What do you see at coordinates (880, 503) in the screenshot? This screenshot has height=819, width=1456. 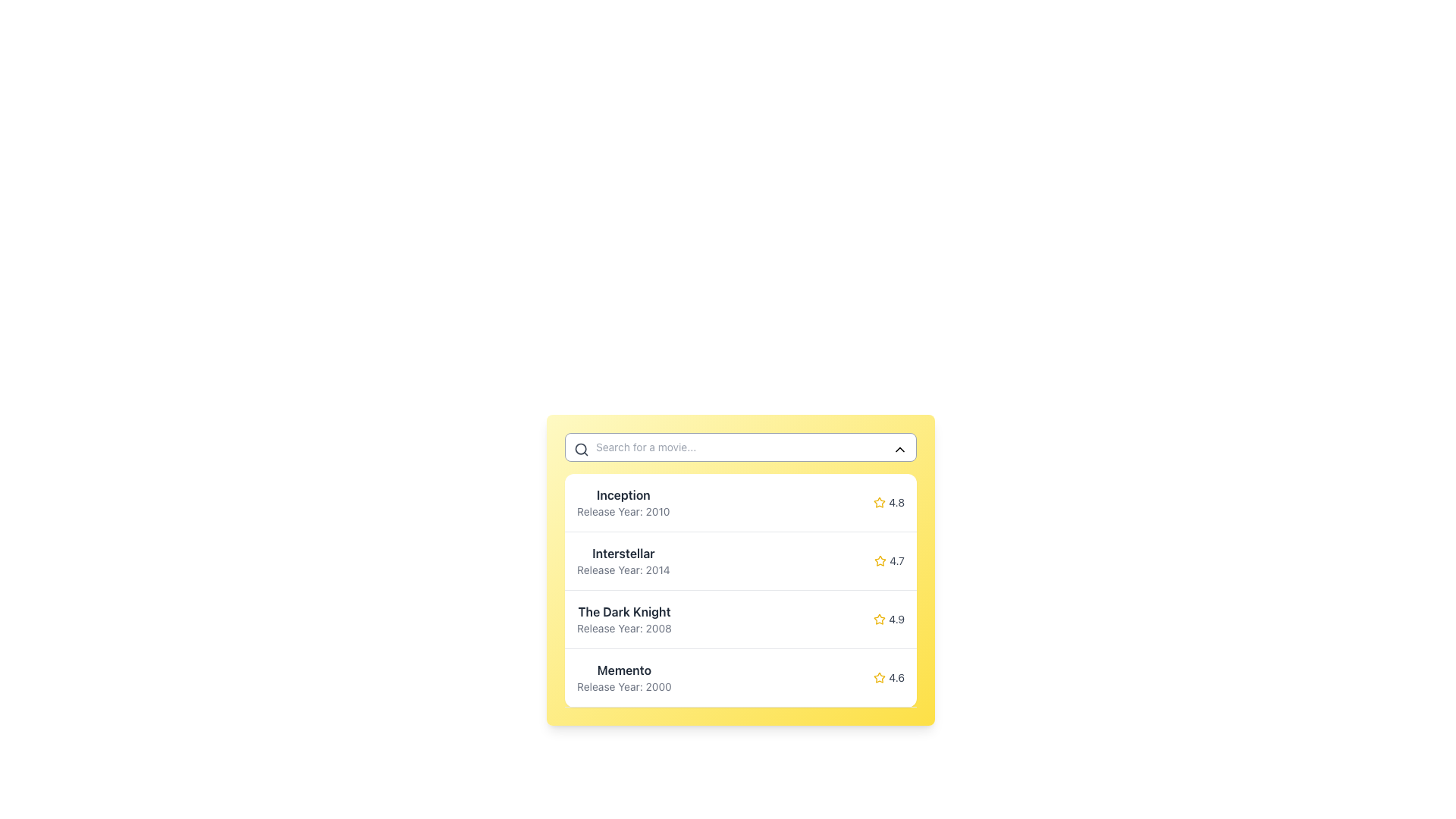 I see `the star-shaped icon with a golden yellow fill and a thin outline, which is located next to the numeric text '4.8' and aligned horizontally near the text 'Inception'` at bounding box center [880, 503].